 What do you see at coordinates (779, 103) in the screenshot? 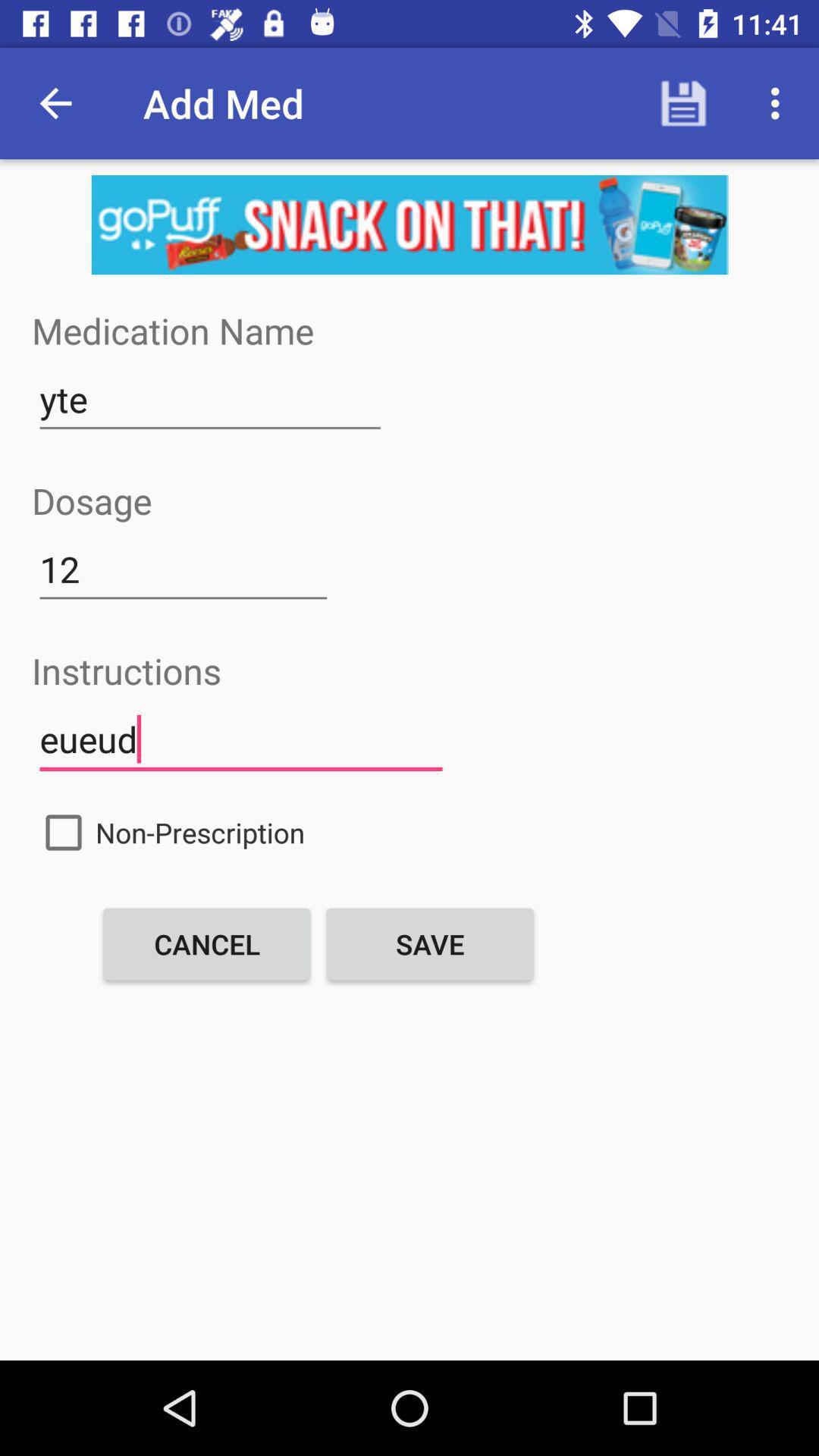
I see `the options icon` at bounding box center [779, 103].